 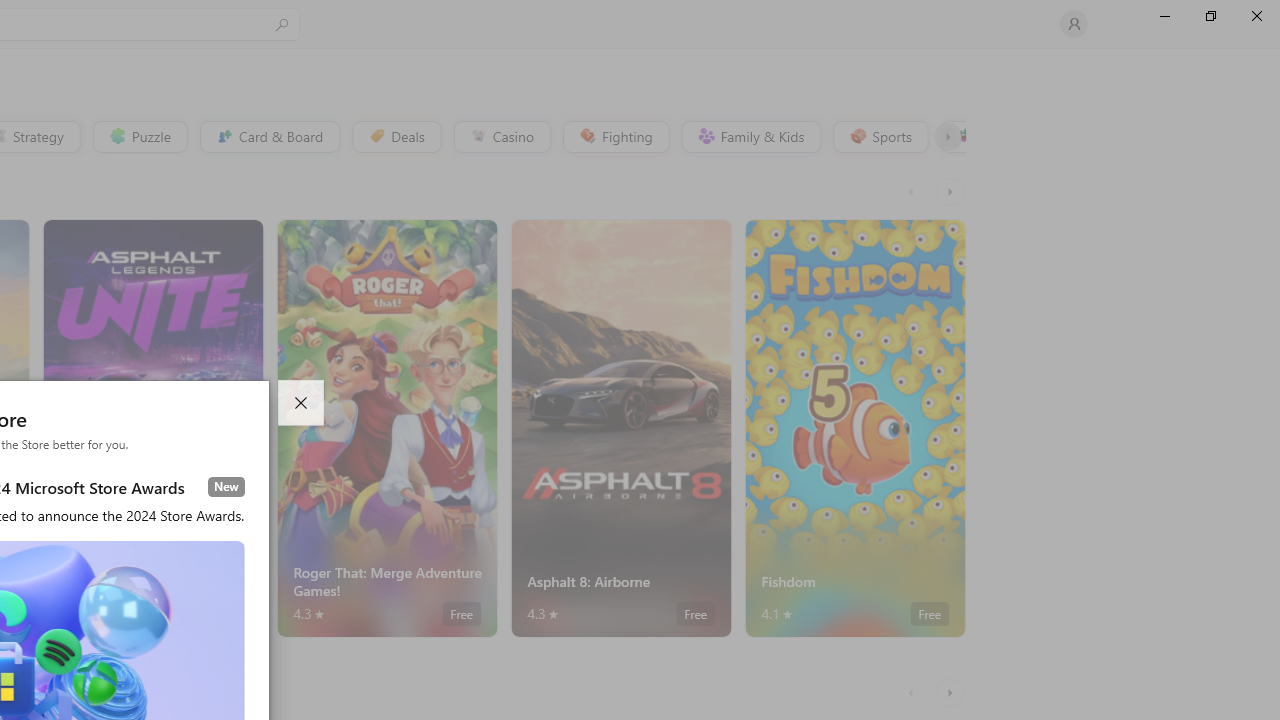 I want to click on 'Card & Board', so click(x=267, y=135).